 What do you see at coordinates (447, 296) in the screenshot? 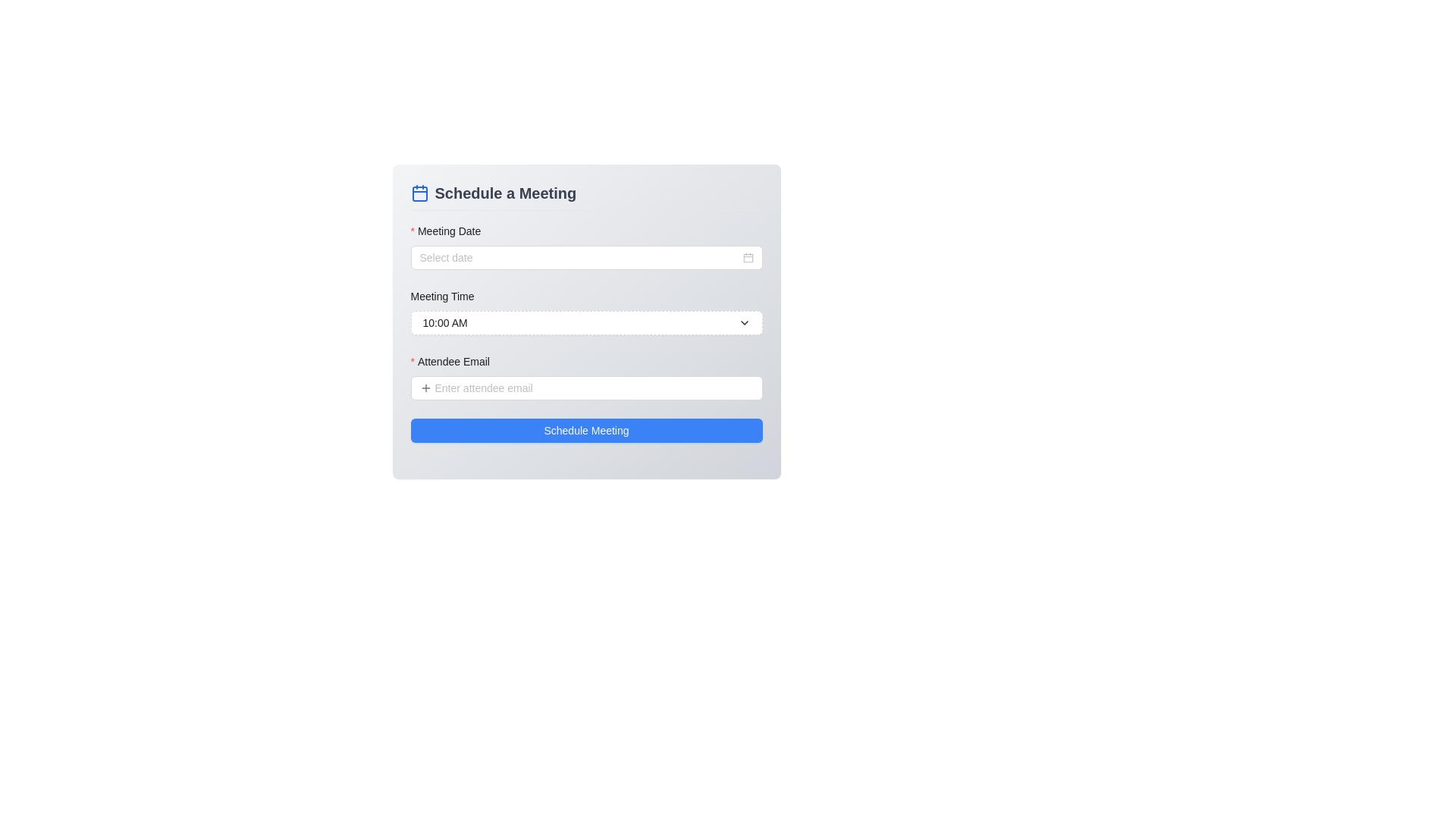
I see `the descriptive label for the input field indicating the selection of the meeting time, which is positioned directly beneath the 'Meeting Date' section` at bounding box center [447, 296].